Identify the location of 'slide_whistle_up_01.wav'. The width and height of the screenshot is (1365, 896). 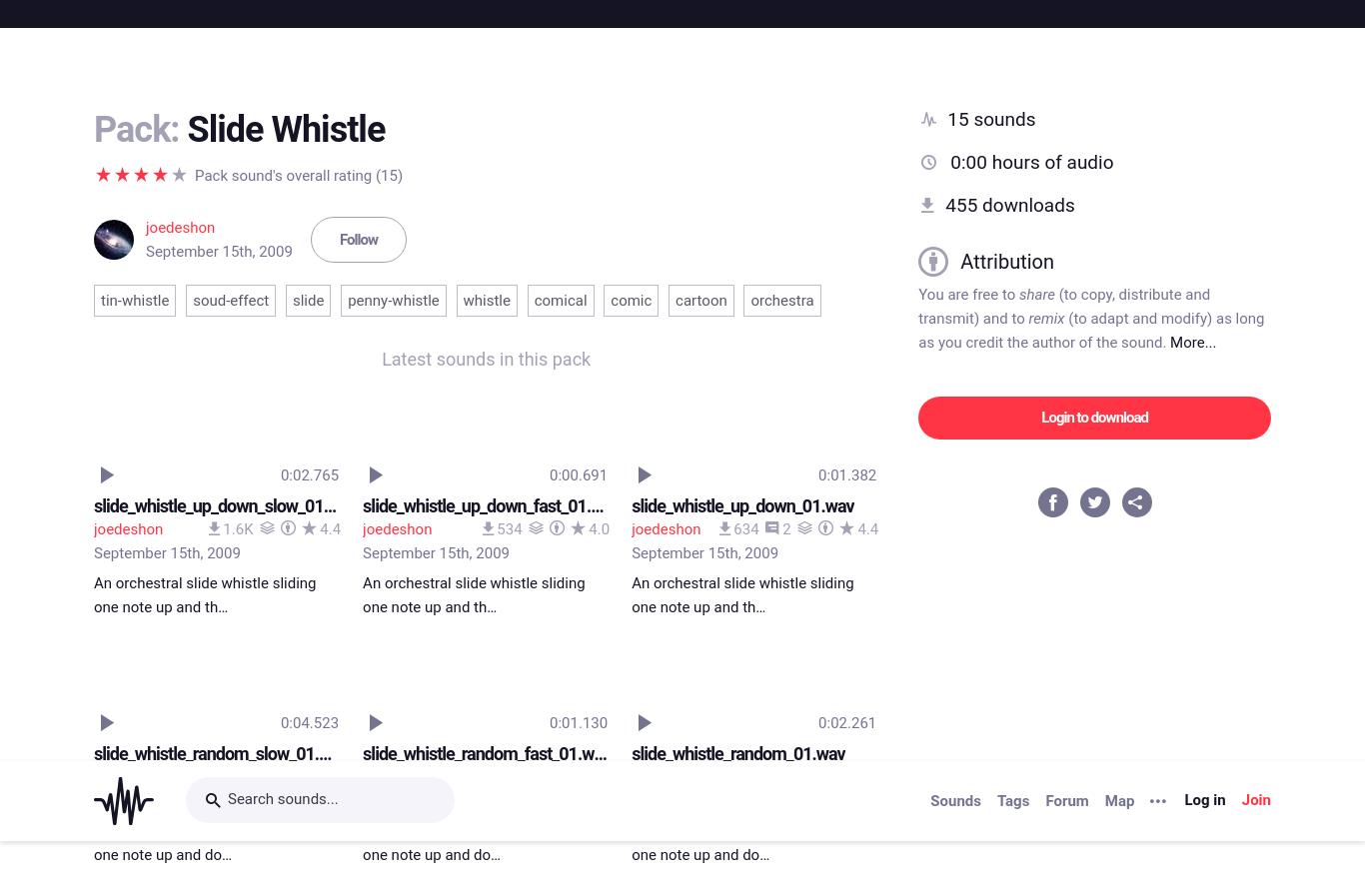
(718, 239).